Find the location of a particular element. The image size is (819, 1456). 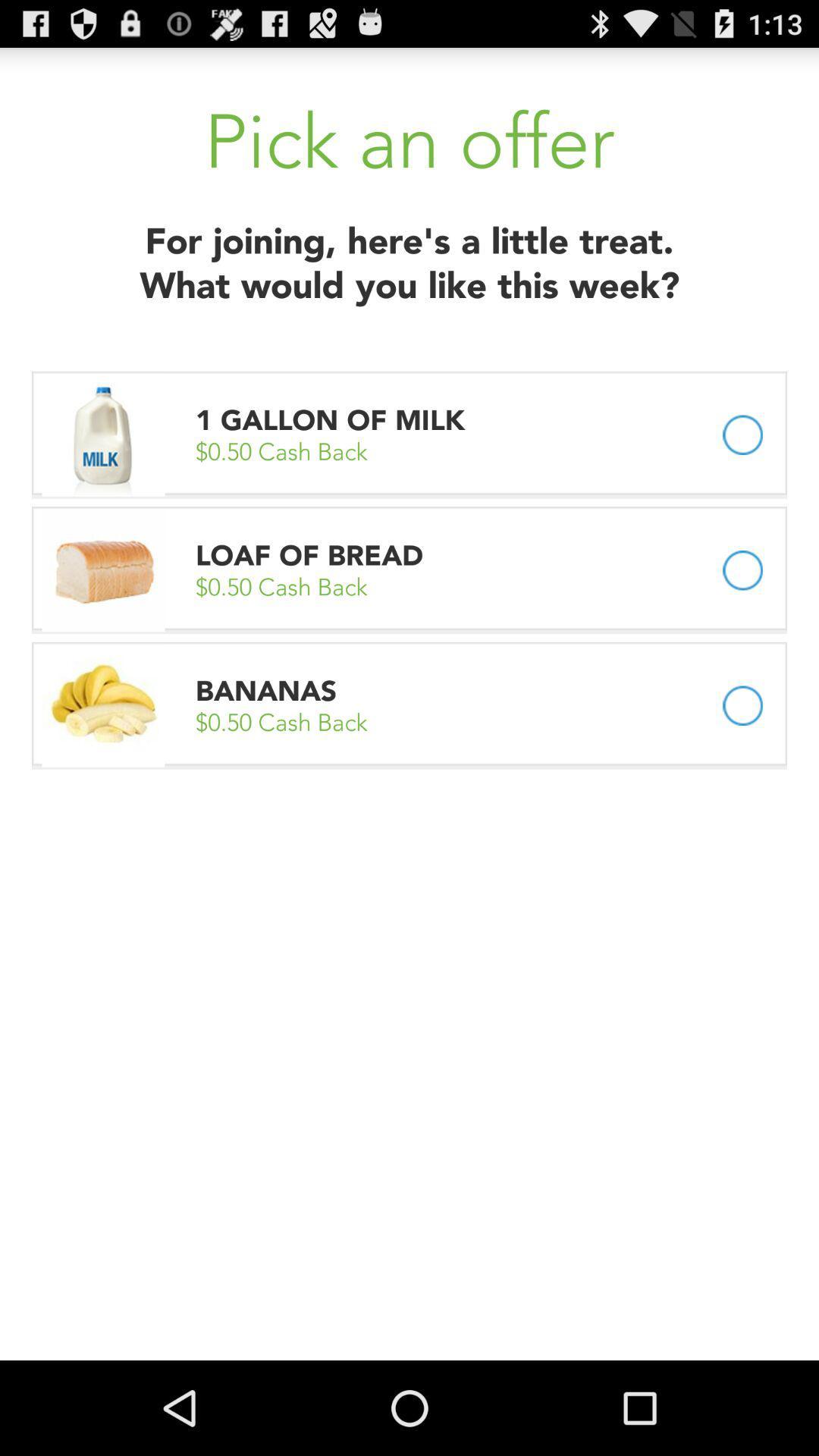

item above 0 50 cash icon is located at coordinates (309, 554).